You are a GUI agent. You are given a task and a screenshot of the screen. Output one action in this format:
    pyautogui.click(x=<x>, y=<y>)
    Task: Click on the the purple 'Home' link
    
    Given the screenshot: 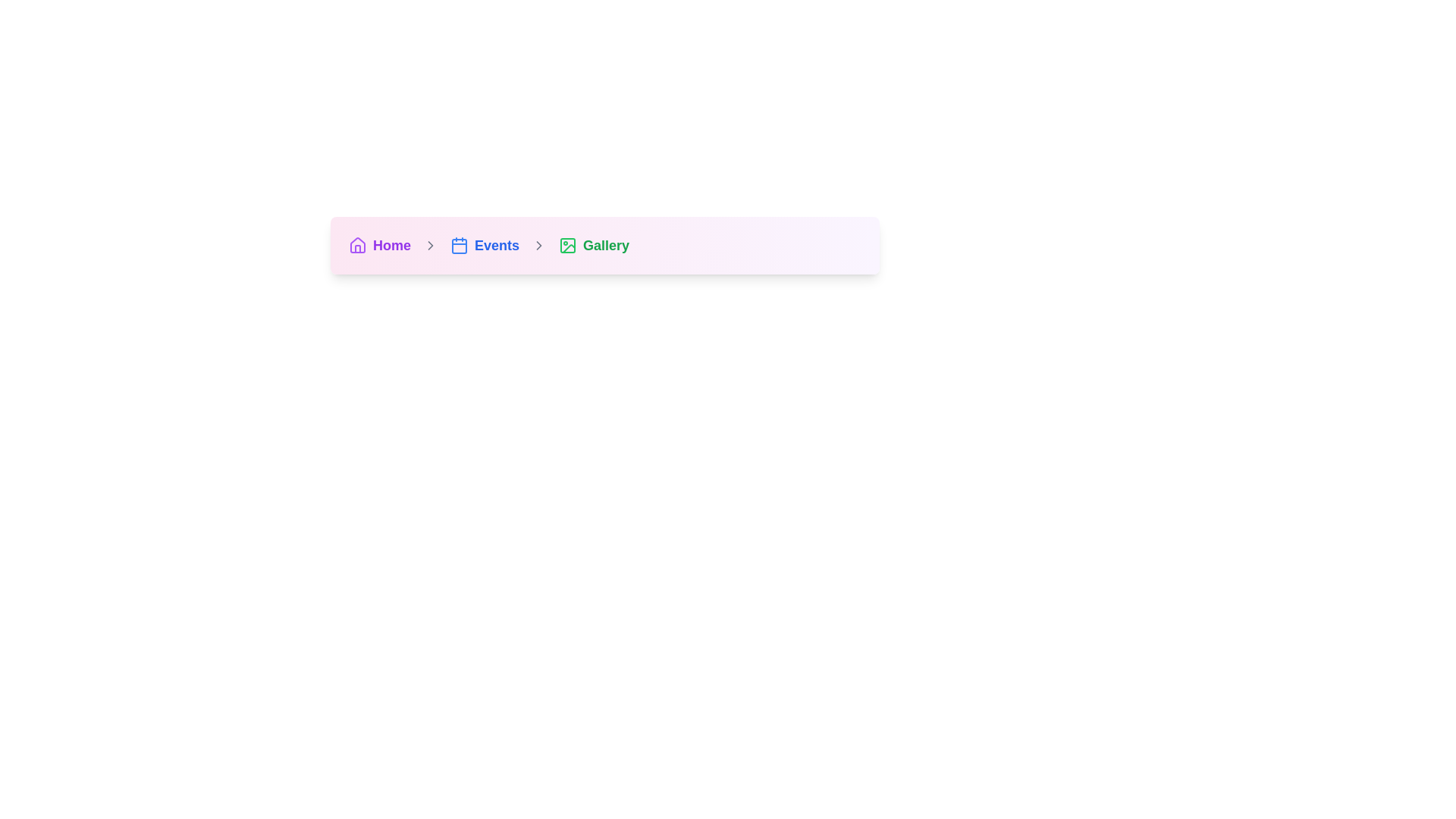 What is the action you would take?
    pyautogui.click(x=392, y=245)
    